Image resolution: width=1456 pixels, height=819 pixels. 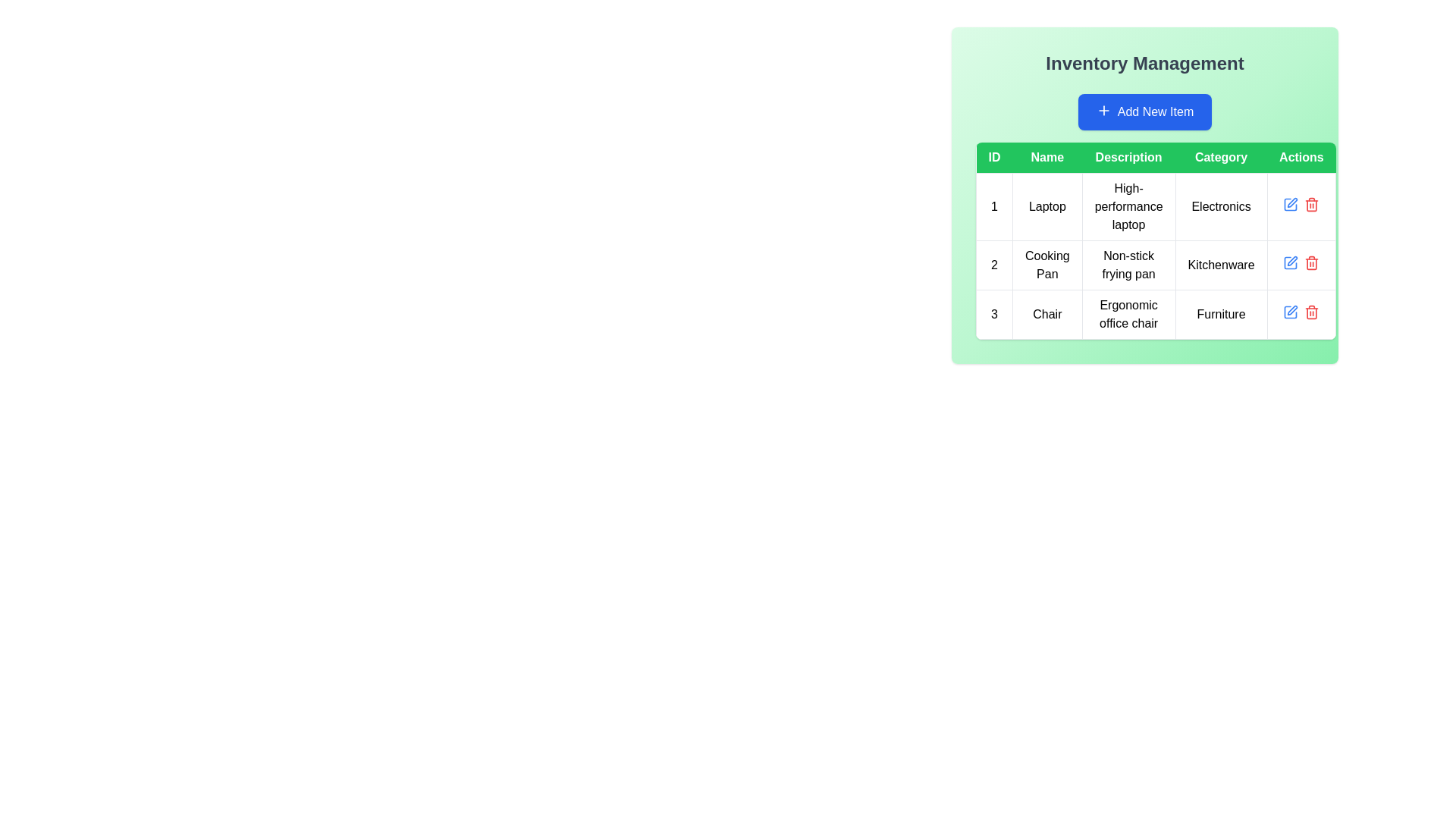 What do you see at coordinates (1290, 311) in the screenshot?
I see `the edit icon button located in the 'Actions' column of the last row in the data table to initiate editing` at bounding box center [1290, 311].